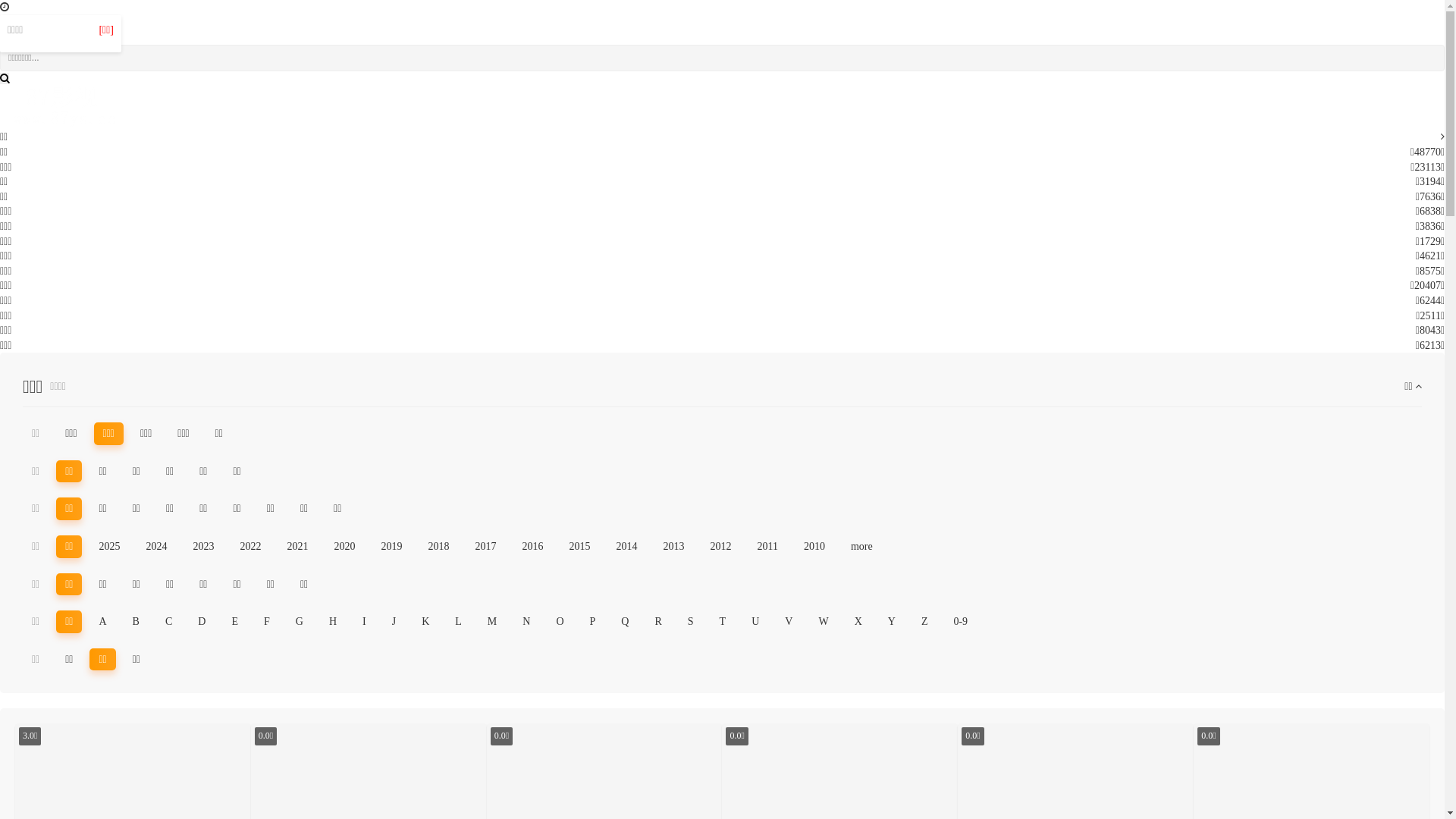 This screenshot has width=1456, height=819. I want to click on 'T', so click(722, 622).